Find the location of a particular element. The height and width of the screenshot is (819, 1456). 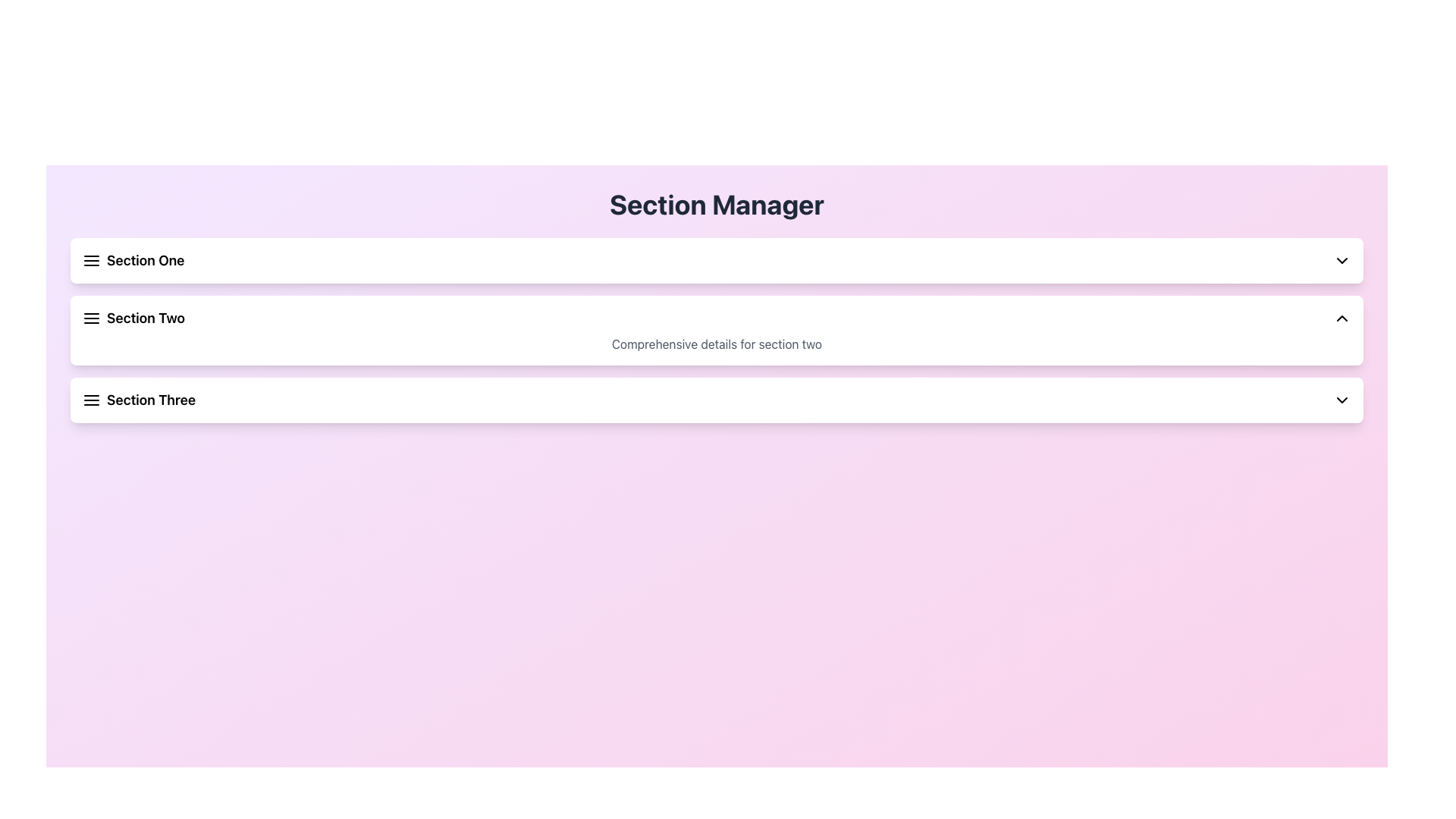

the SVG Icon positioned to the left of the text 'Section One' in the first section under 'Section Manager' is located at coordinates (90, 259).